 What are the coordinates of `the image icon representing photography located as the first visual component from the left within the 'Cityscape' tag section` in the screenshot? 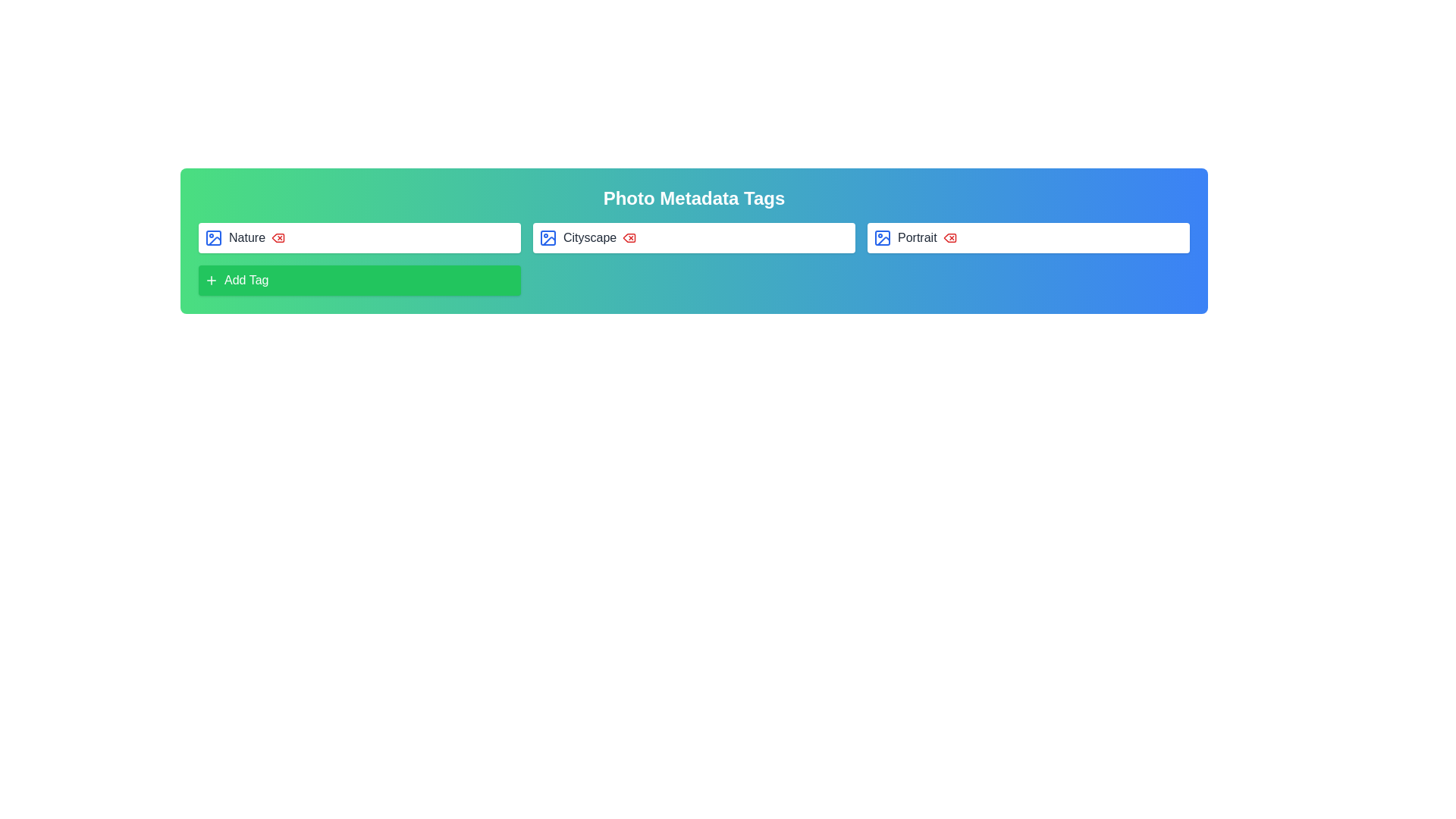 It's located at (548, 237).